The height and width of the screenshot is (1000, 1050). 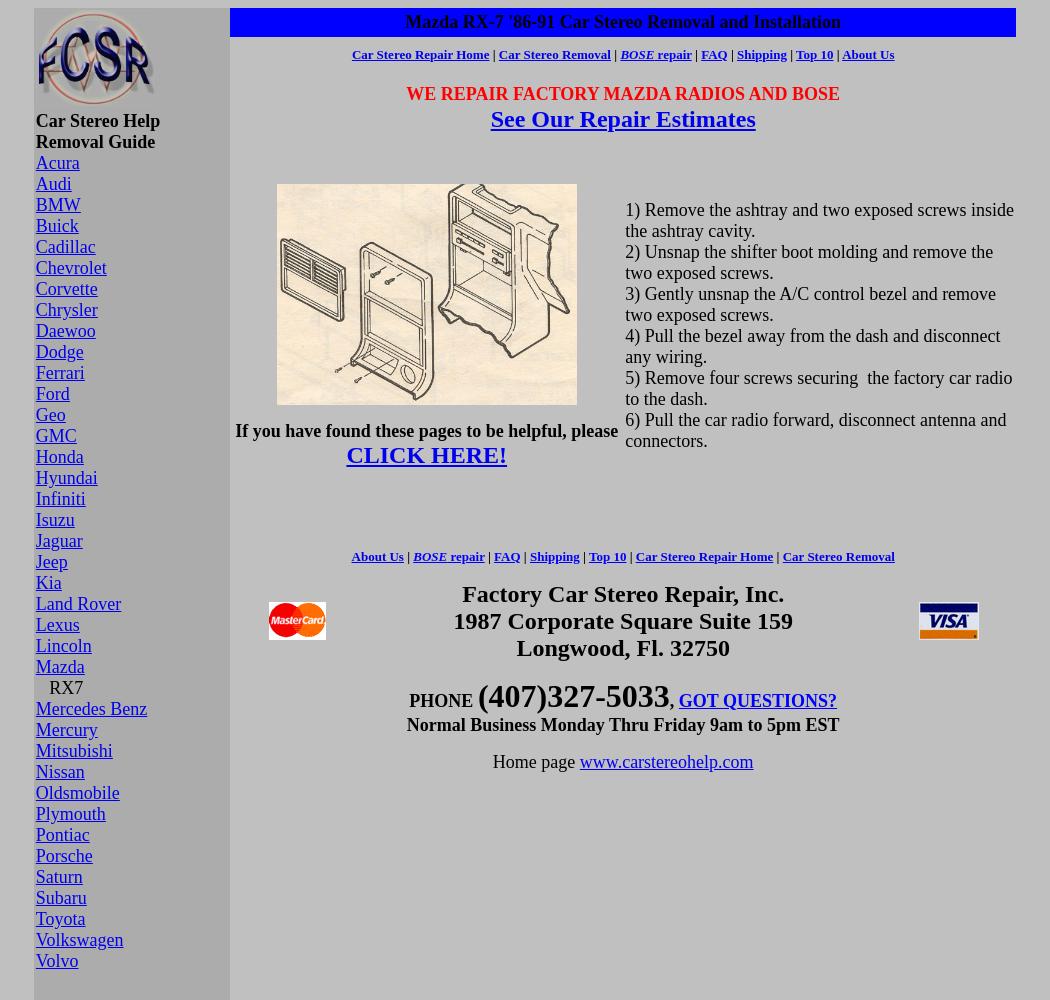 What do you see at coordinates (34, 855) in the screenshot?
I see `'Porsche'` at bounding box center [34, 855].